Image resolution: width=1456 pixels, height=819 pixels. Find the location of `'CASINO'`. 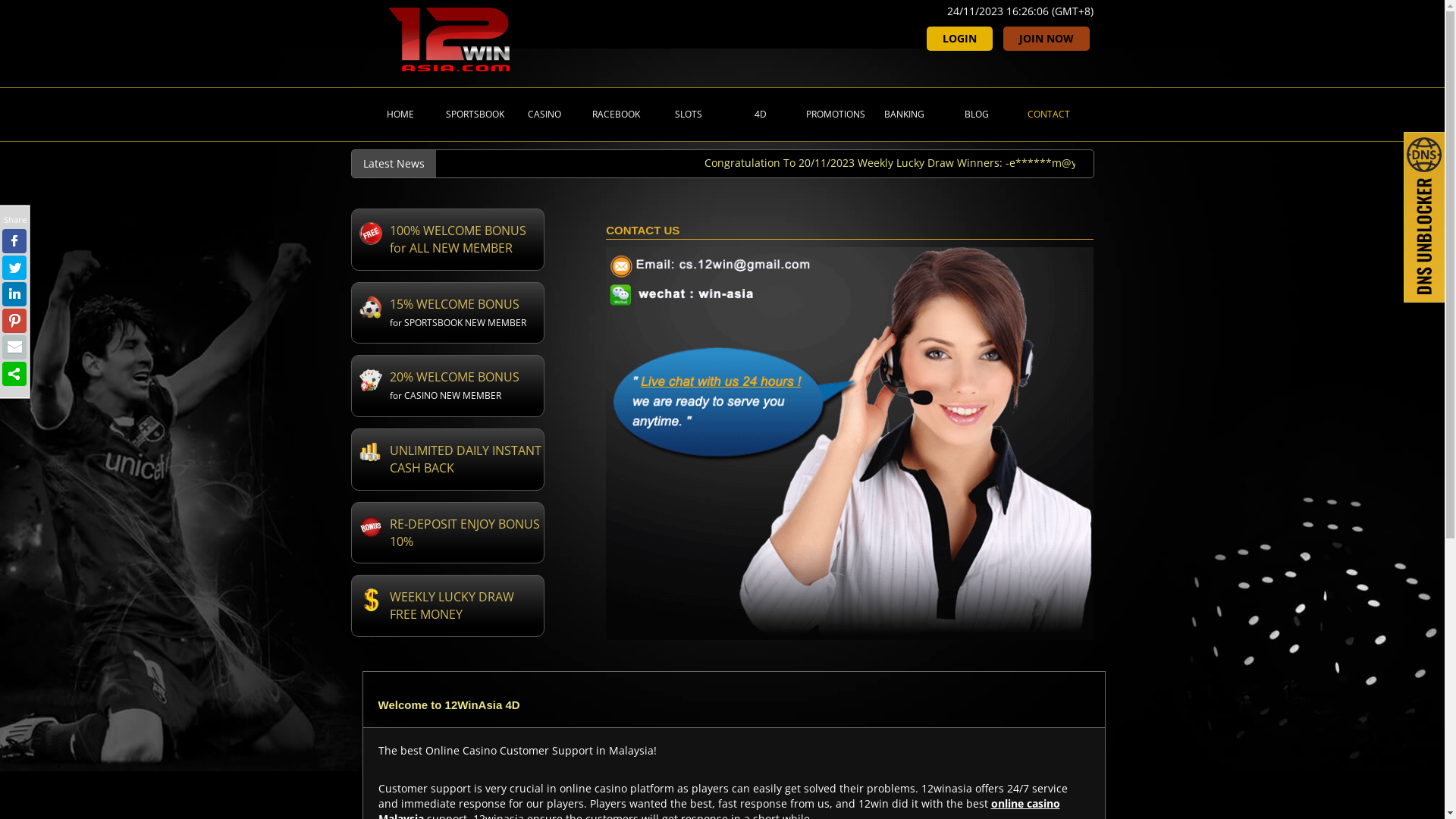

'CASINO' is located at coordinates (542, 113).